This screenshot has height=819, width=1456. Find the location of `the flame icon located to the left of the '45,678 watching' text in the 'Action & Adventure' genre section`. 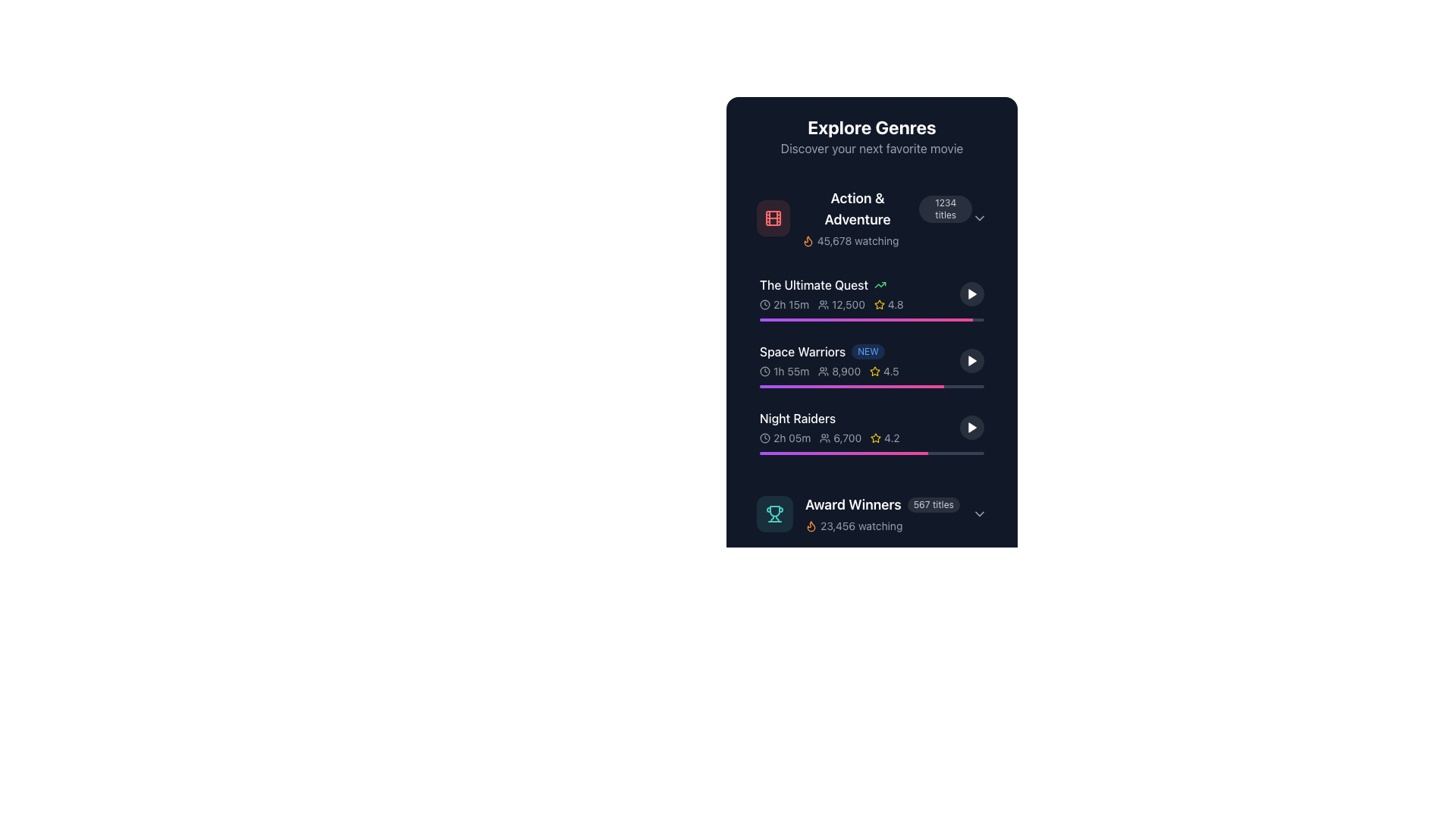

the flame icon located to the left of the '45,678 watching' text in the 'Action & Adventure' genre section is located at coordinates (807, 240).